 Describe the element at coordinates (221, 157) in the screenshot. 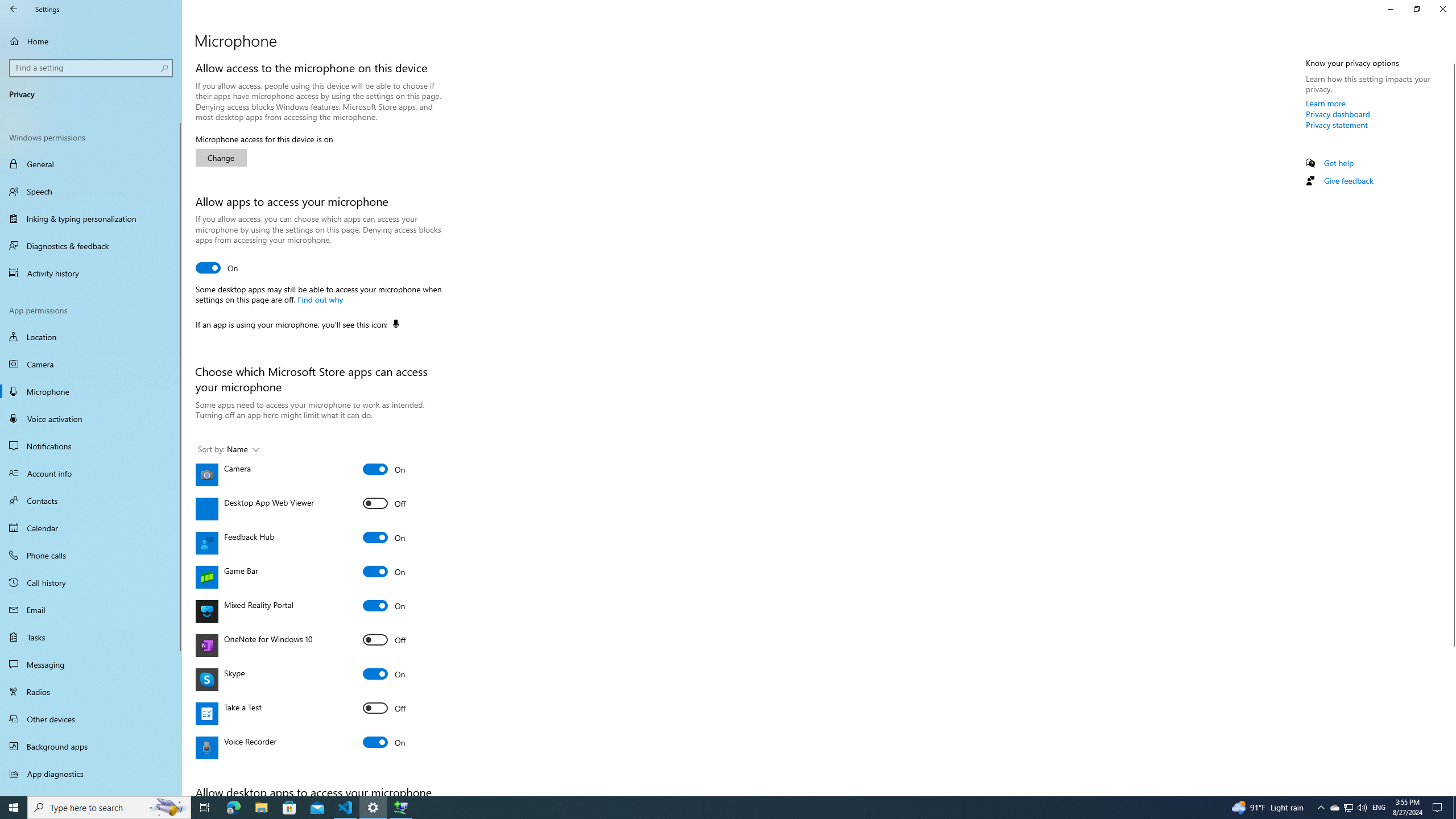

I see `'Change'` at that location.